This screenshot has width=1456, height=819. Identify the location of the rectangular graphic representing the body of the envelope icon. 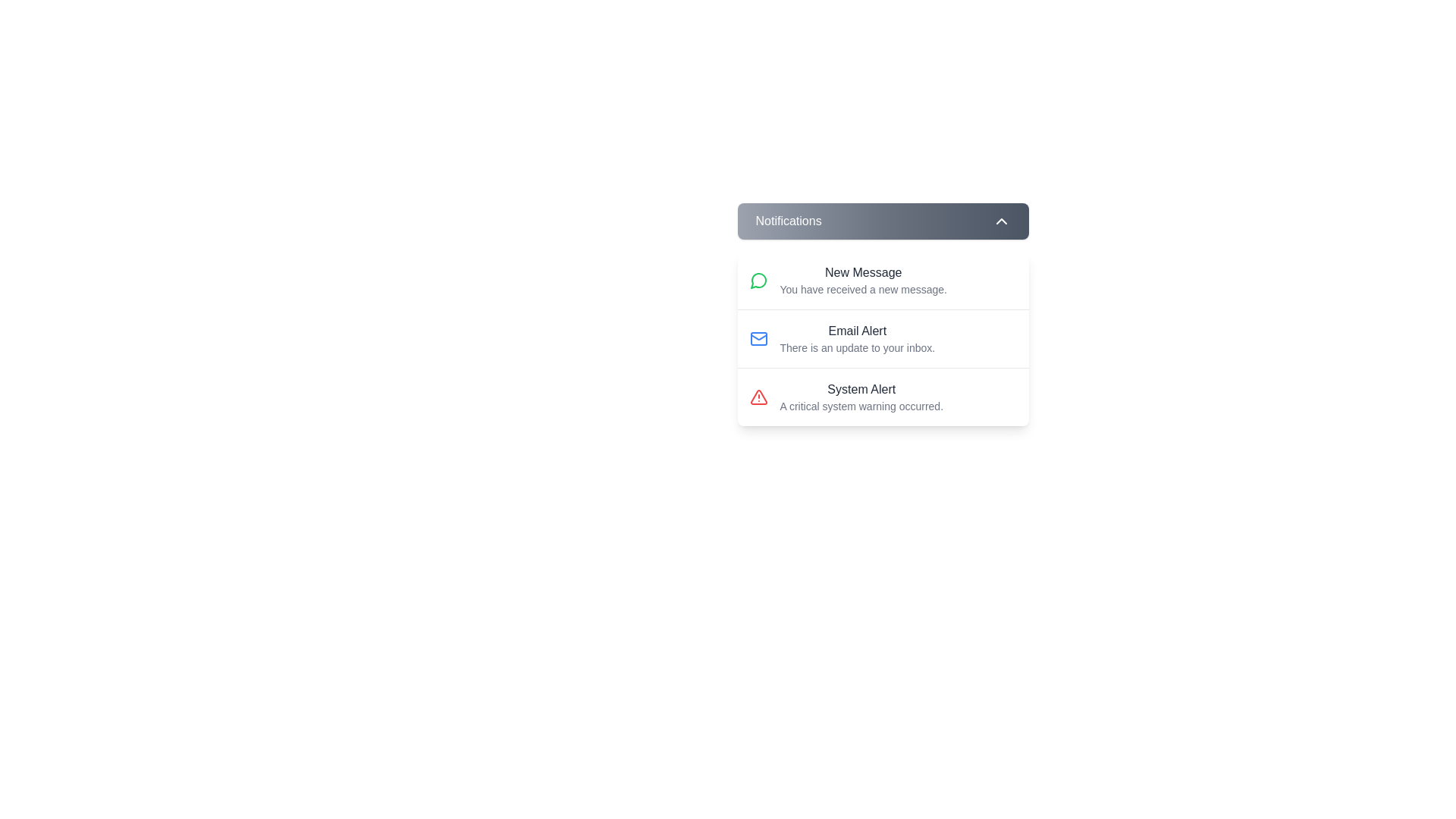
(758, 338).